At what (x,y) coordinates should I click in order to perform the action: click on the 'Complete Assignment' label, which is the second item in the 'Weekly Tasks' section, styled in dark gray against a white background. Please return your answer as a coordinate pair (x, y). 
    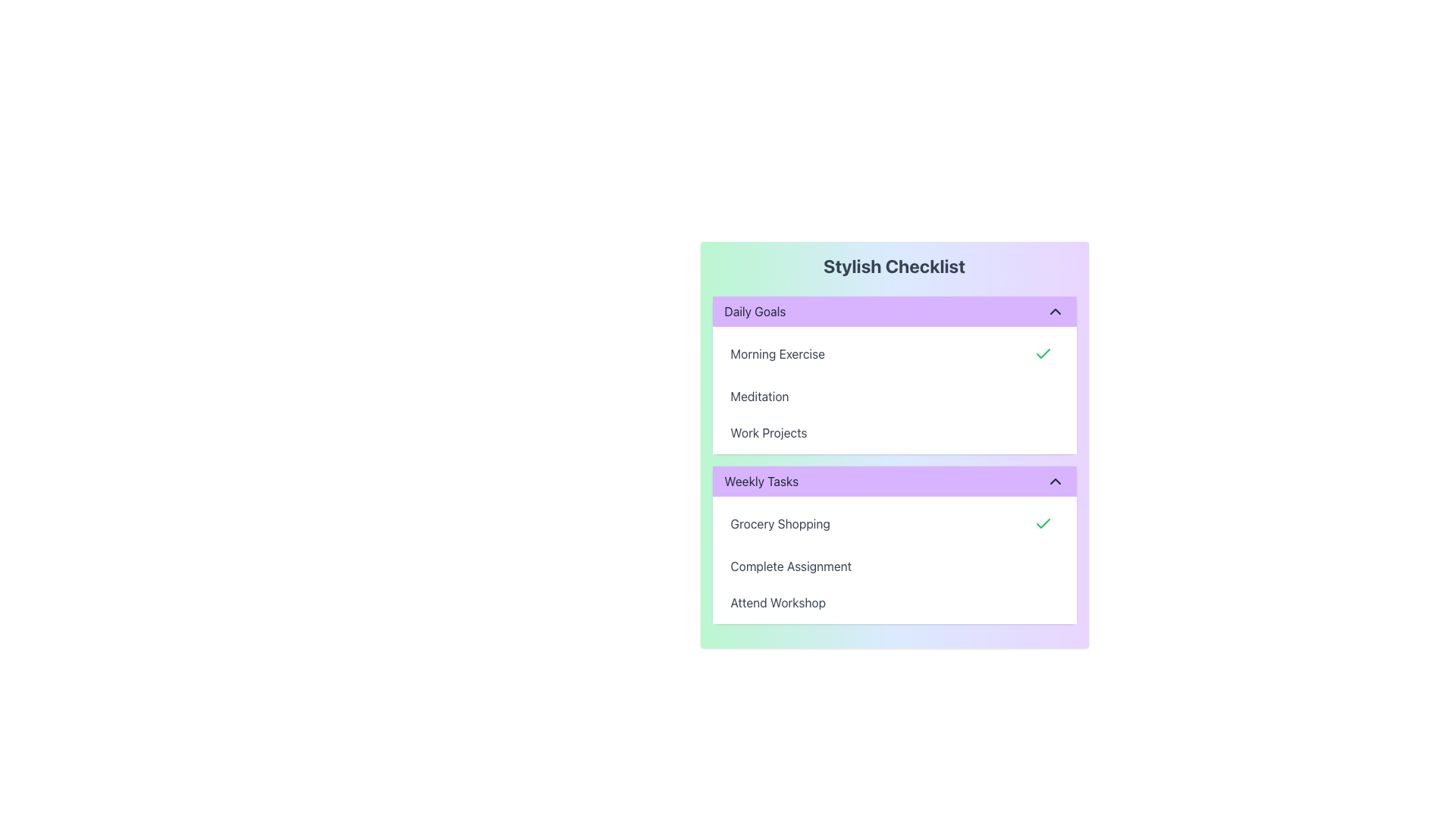
    Looking at the image, I should click on (790, 566).